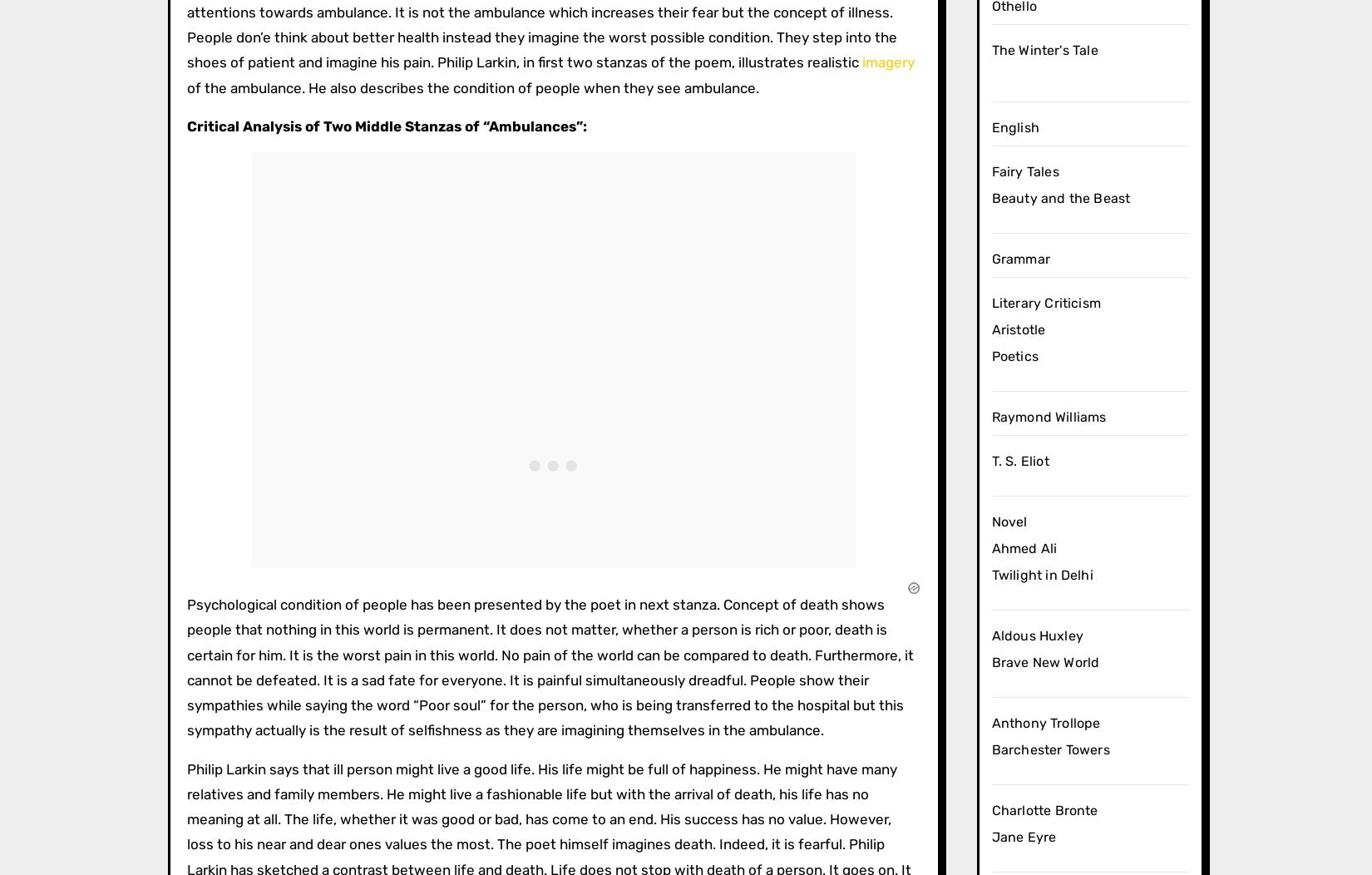  I want to click on '|', so click(366, 250).